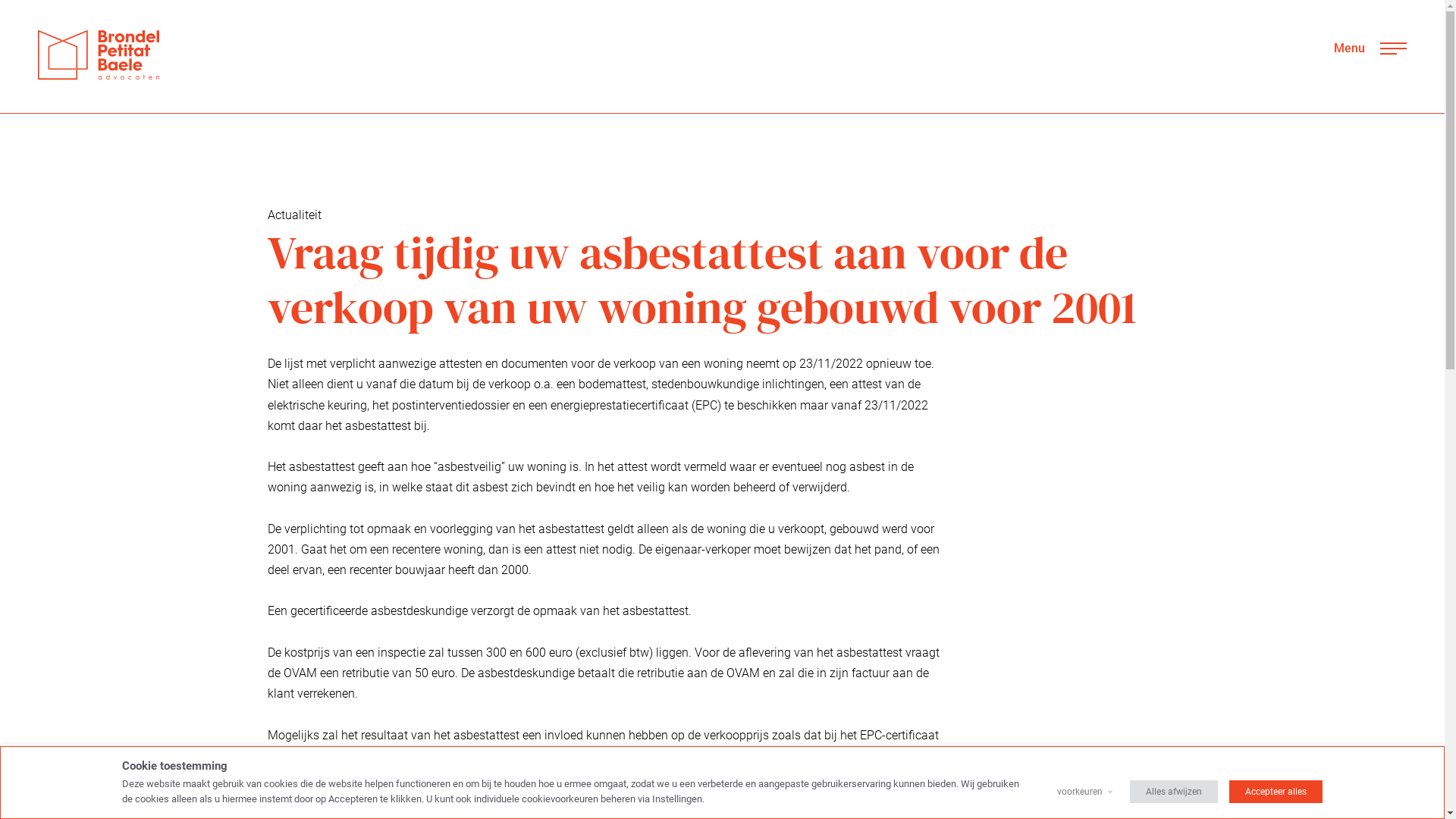  I want to click on 'Menu', so click(1370, 47).